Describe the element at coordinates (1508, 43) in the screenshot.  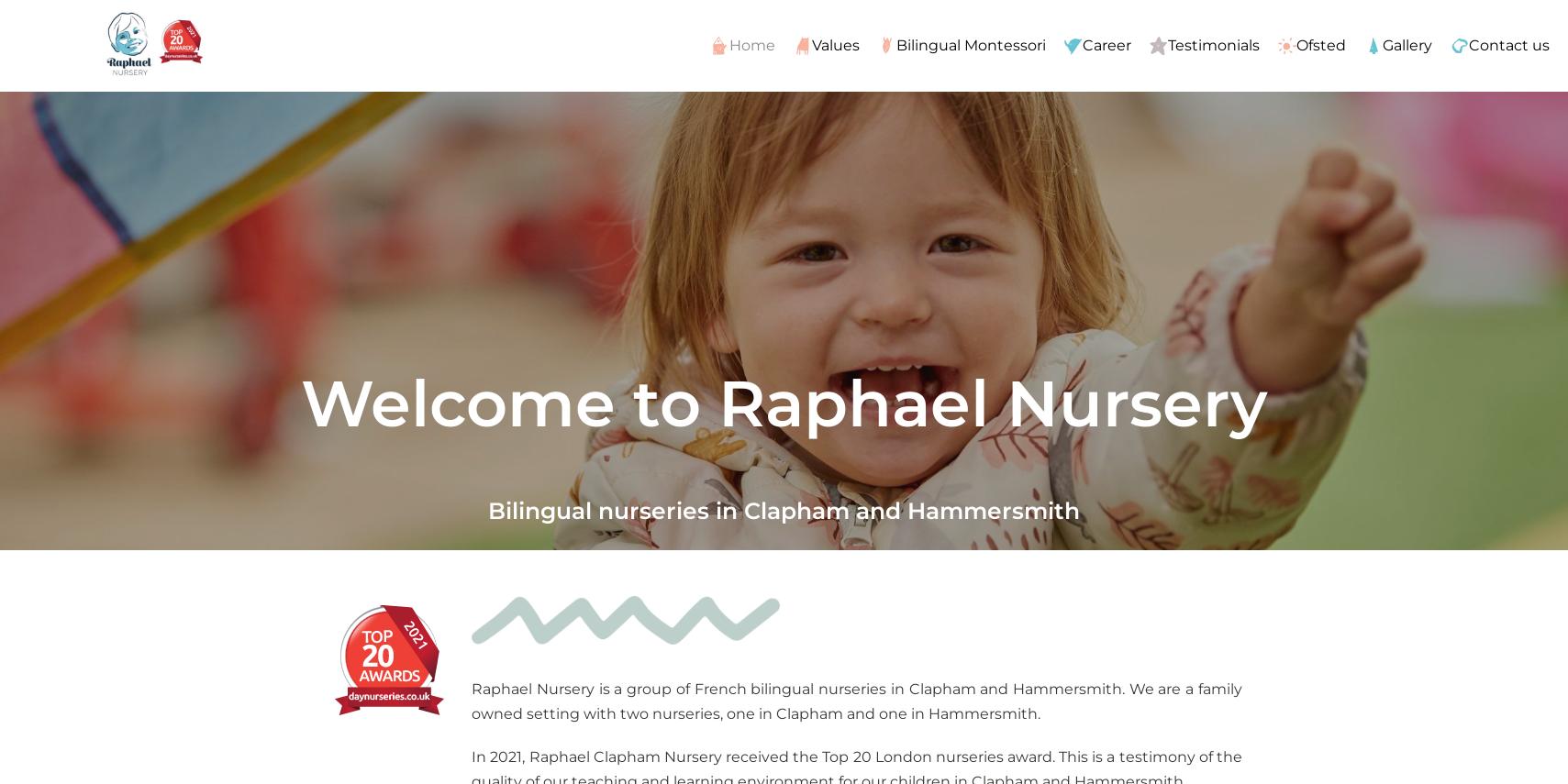
I see `'Contact us'` at that location.